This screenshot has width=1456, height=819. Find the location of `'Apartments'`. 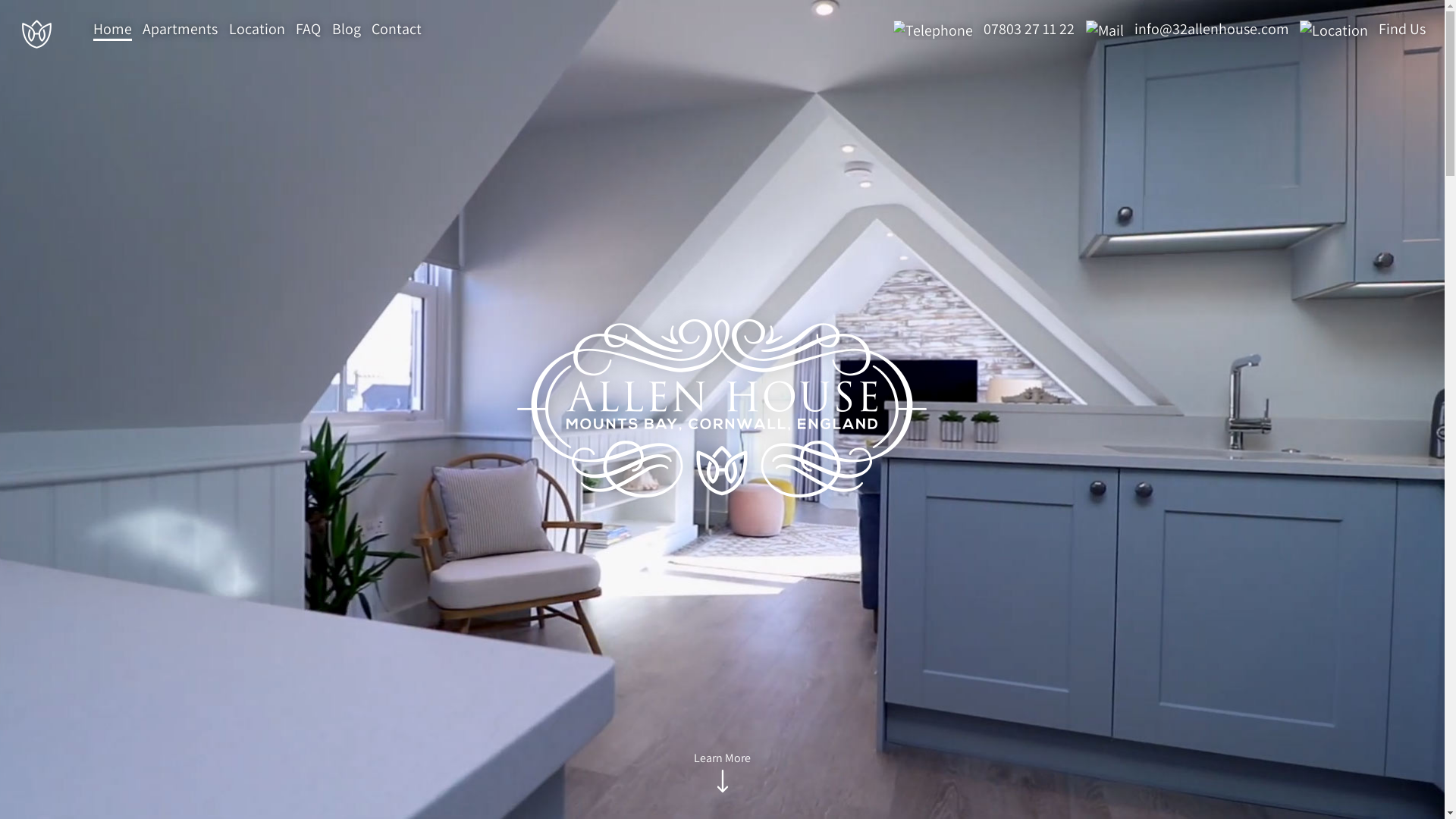

'Apartments' is located at coordinates (142, 30).